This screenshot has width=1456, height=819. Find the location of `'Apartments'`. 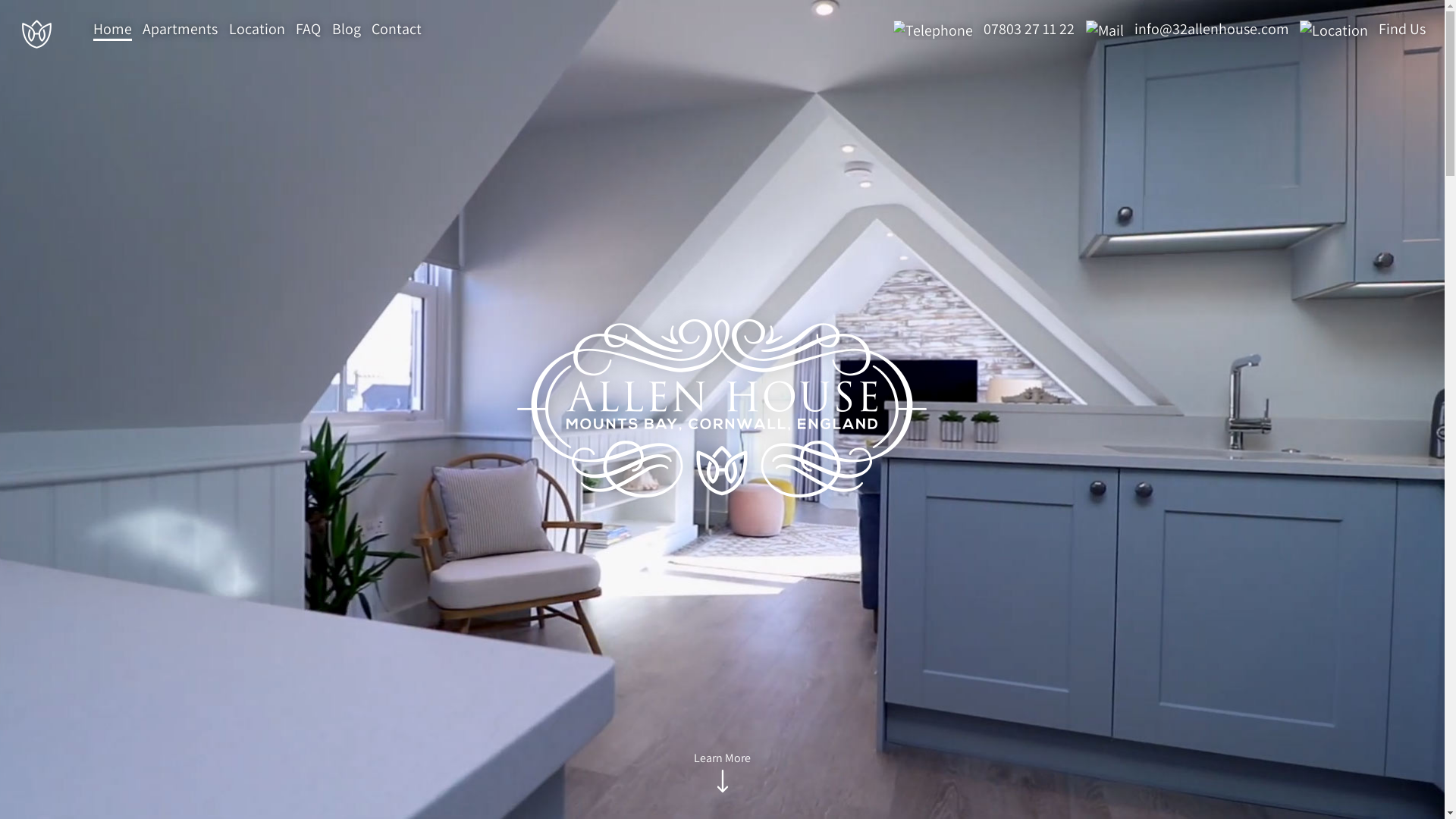

'Apartments' is located at coordinates (142, 30).